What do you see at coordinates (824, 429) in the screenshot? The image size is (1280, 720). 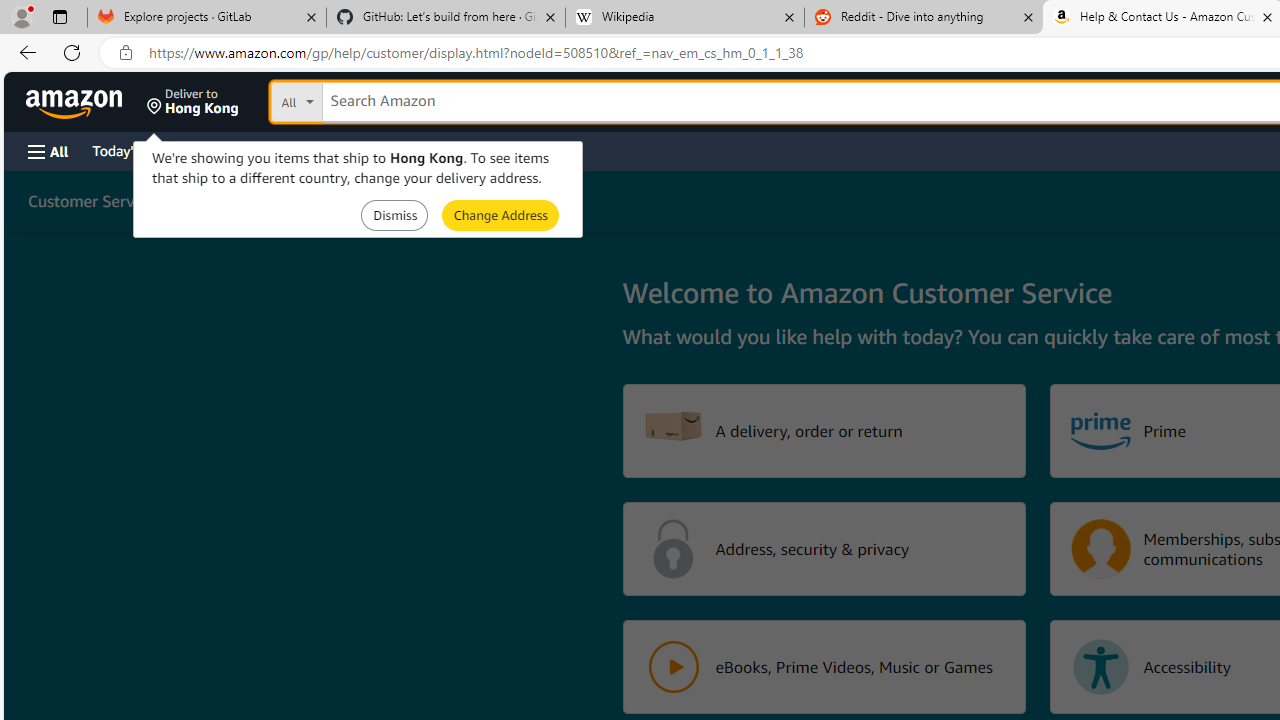 I see `'A delivery, order or return'` at bounding box center [824, 429].